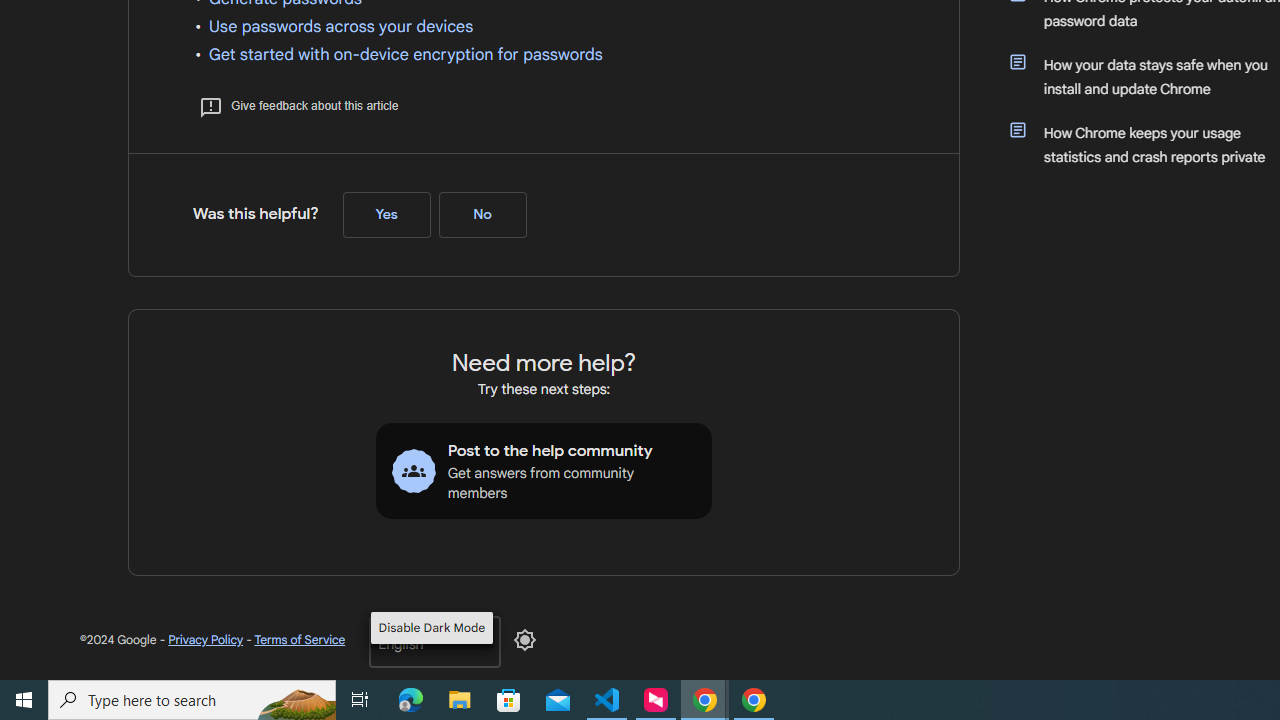  What do you see at coordinates (298, 639) in the screenshot?
I see `'Terms of Service'` at bounding box center [298, 639].